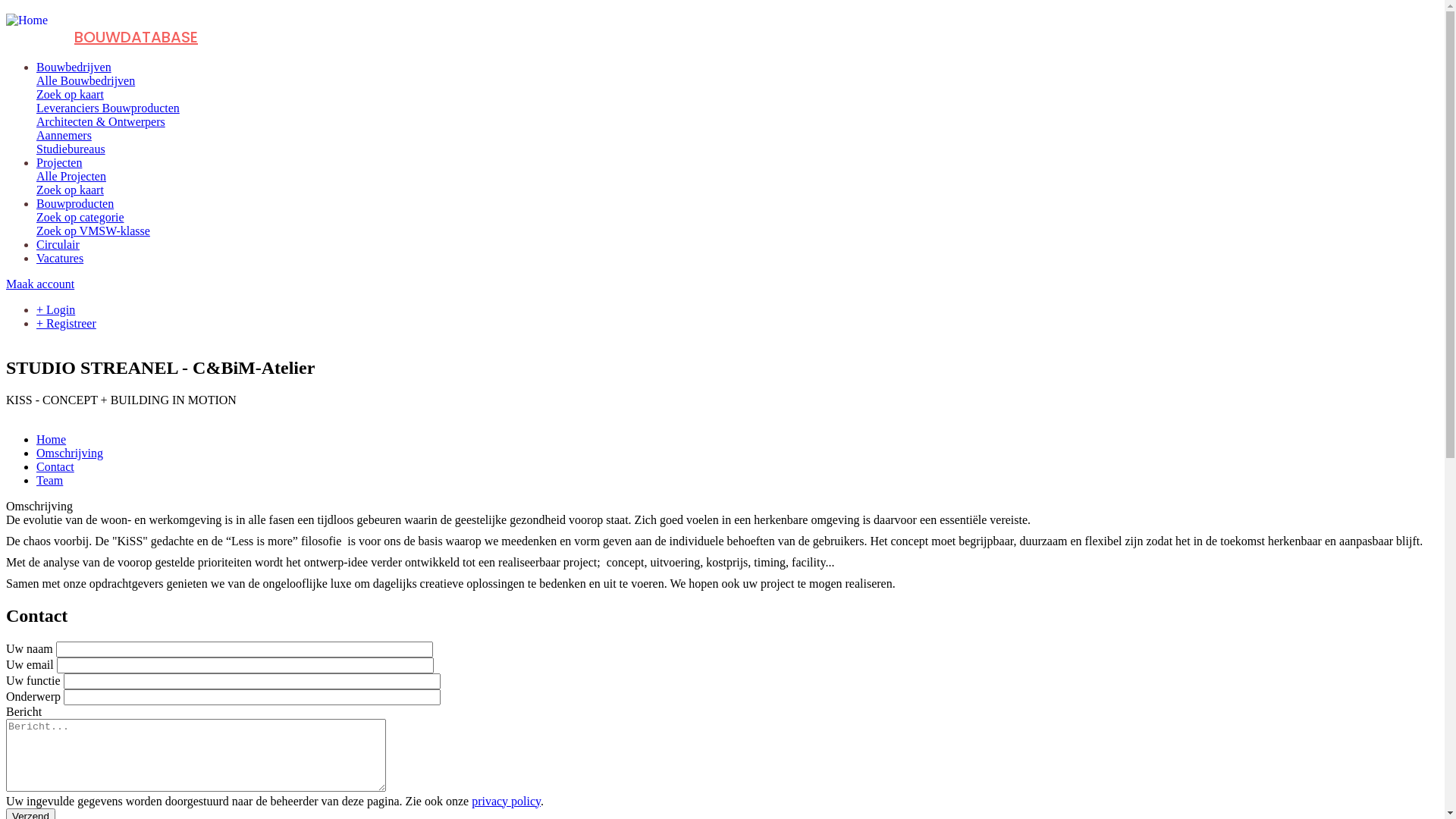  I want to click on 'Home', so click(51, 439).